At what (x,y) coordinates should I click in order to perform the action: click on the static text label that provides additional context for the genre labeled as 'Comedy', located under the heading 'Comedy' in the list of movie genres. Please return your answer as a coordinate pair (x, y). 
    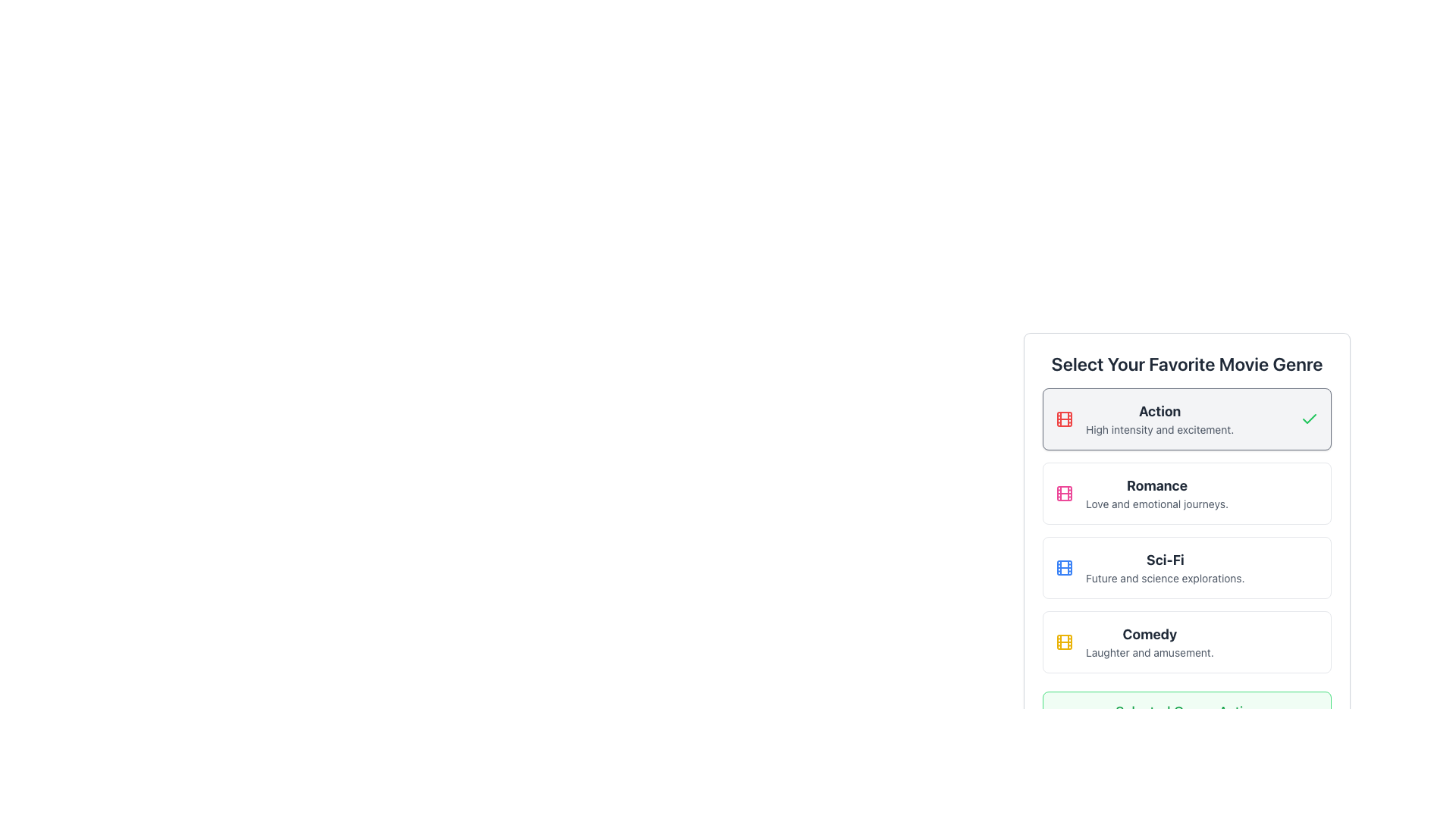
    Looking at the image, I should click on (1150, 651).